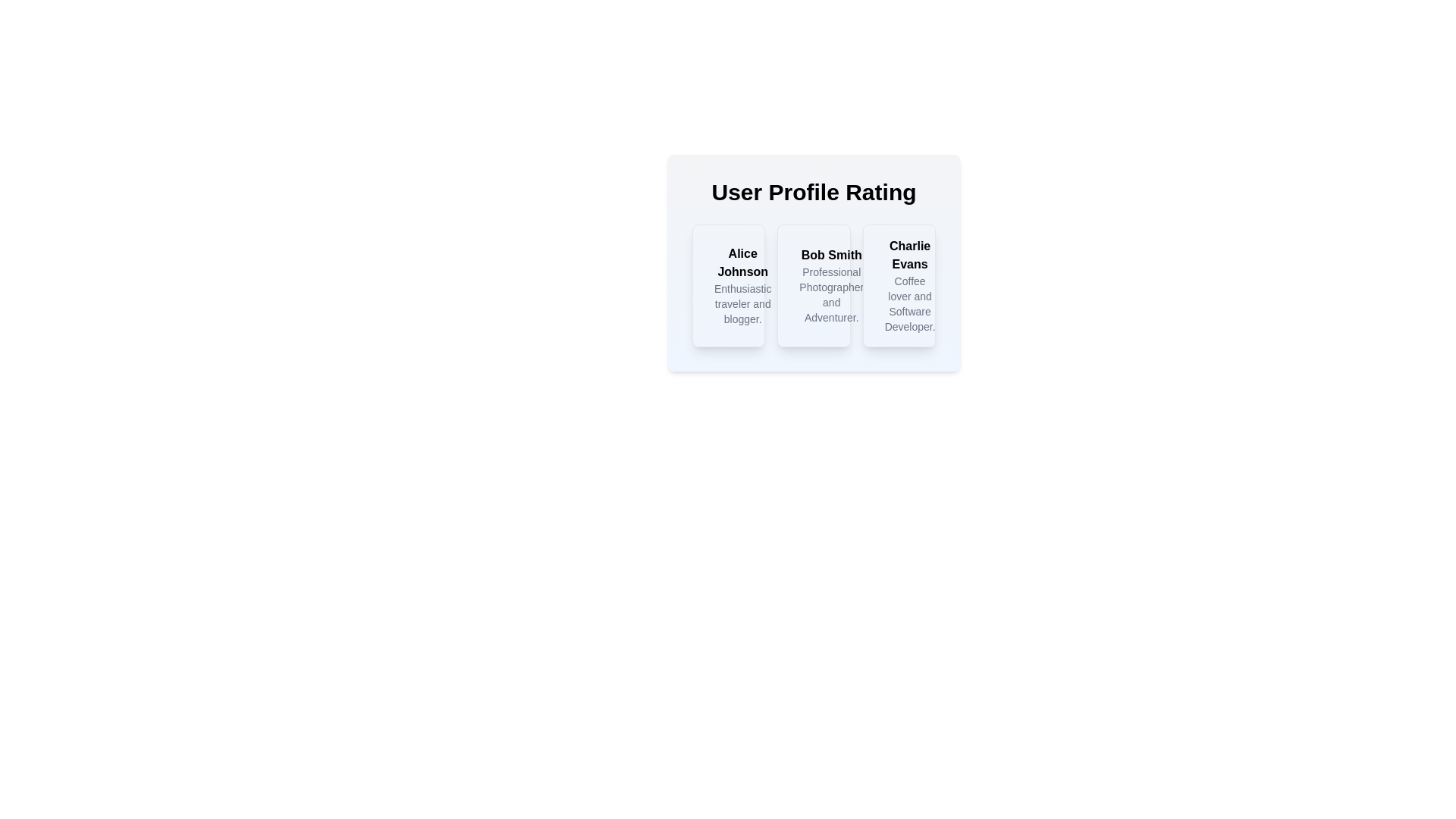  What do you see at coordinates (830, 286) in the screenshot?
I see `text label displaying the user's profile information, which includes their name and a brief description of their profession and interests, located in the center column between 'Alice Johnson' and 'Charlie Evans'` at bounding box center [830, 286].